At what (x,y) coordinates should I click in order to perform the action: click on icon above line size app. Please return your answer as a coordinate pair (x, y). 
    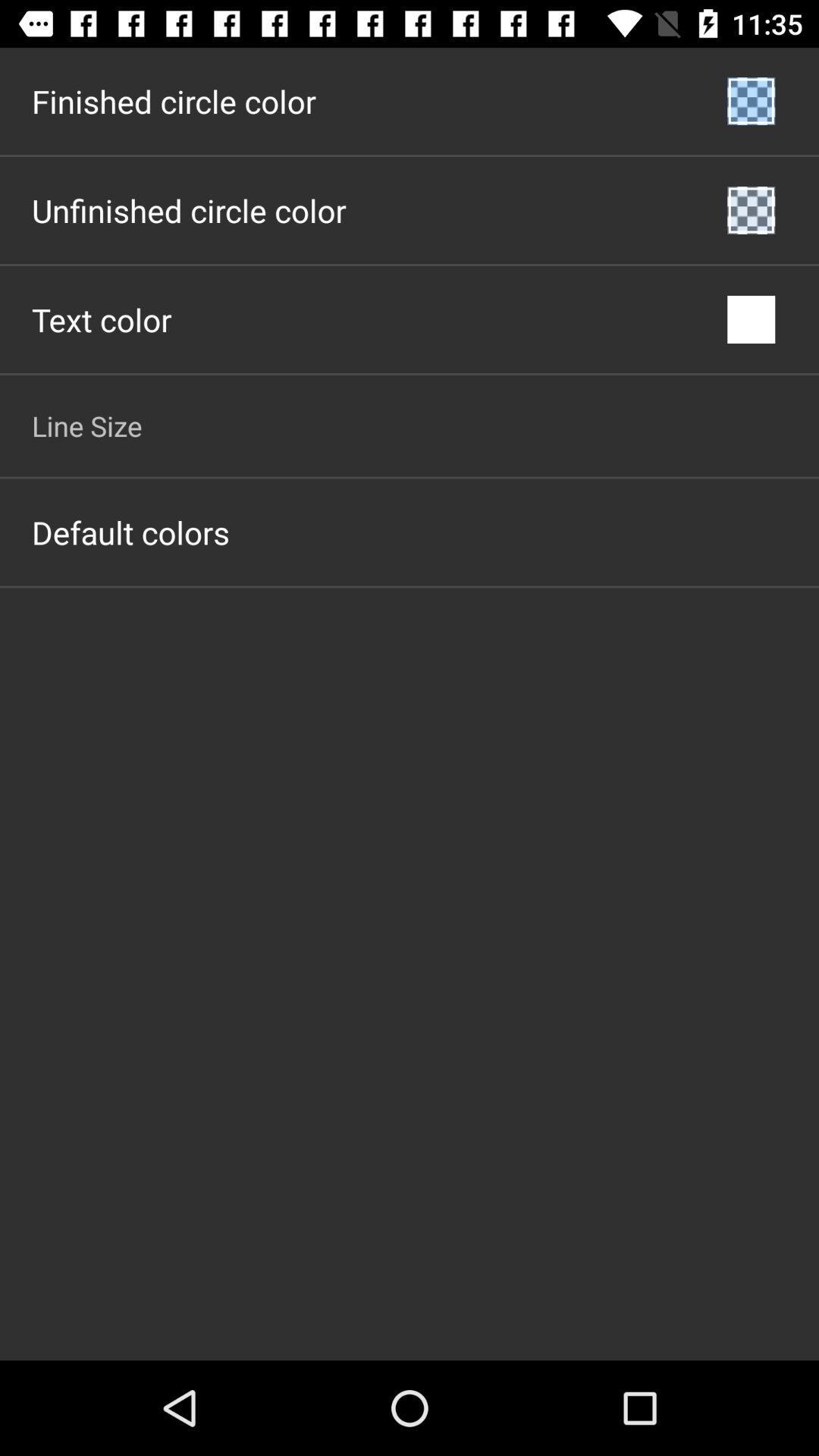
    Looking at the image, I should click on (102, 318).